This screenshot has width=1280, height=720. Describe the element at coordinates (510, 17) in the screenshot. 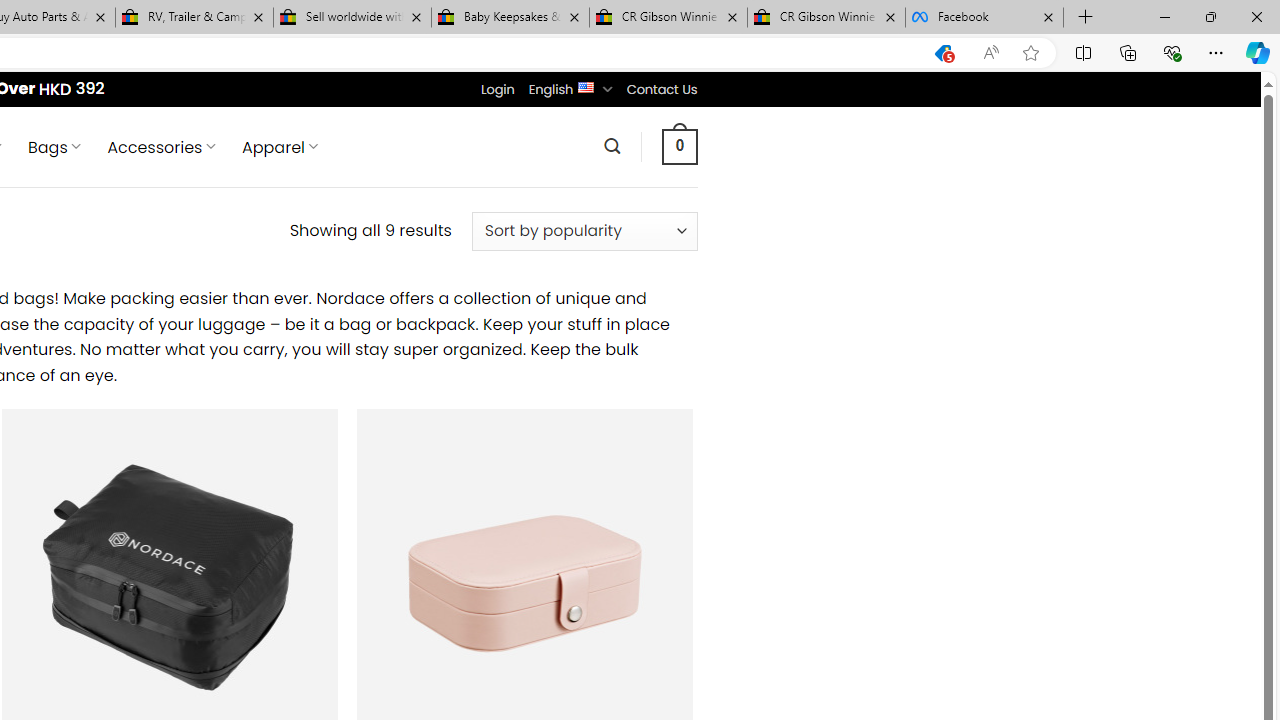

I see `'Baby Keepsakes & Announcements for sale | eBay'` at that location.